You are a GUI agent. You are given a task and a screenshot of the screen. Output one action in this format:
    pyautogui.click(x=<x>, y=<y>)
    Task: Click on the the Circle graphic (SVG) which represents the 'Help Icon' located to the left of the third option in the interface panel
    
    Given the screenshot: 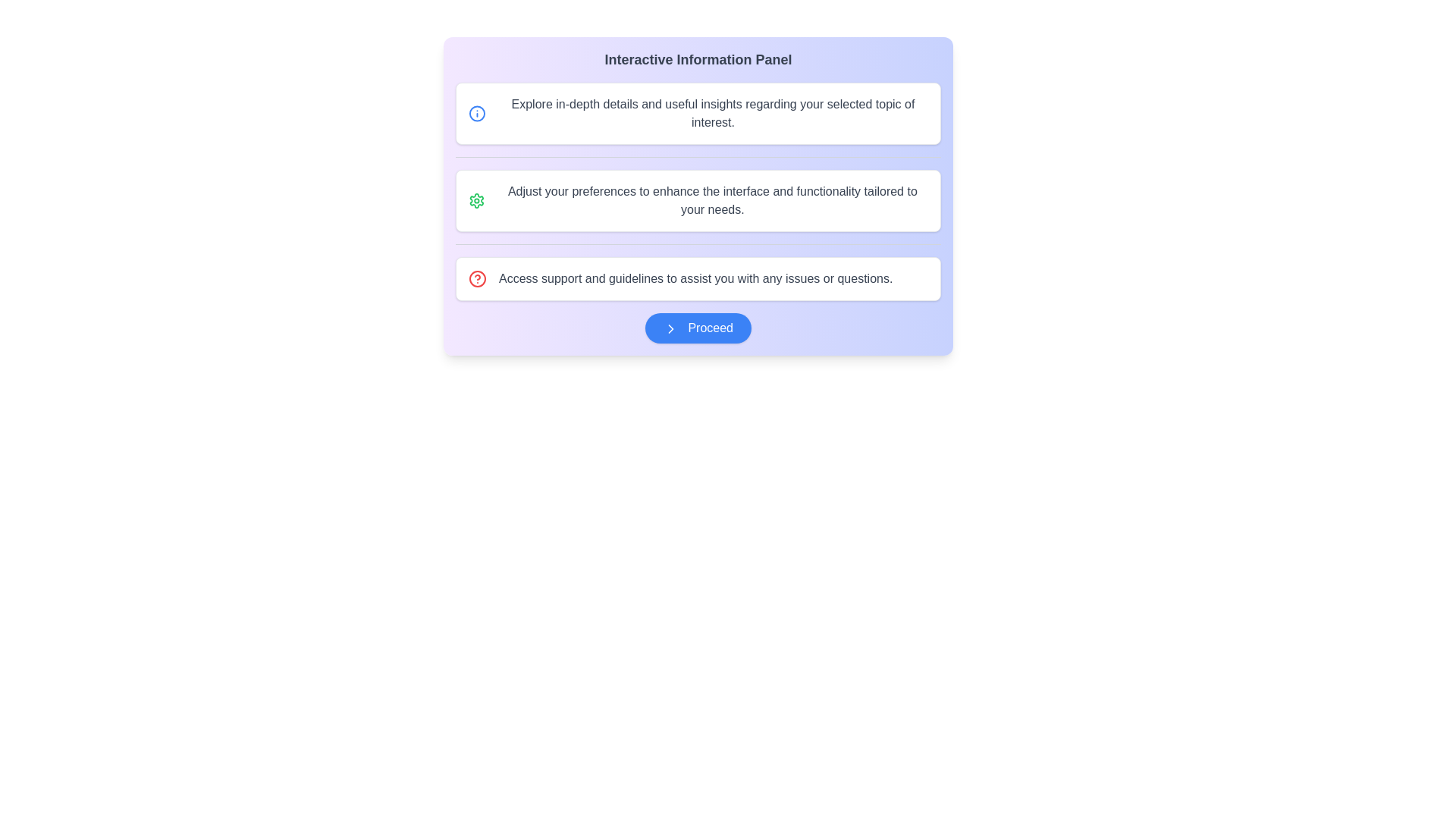 What is the action you would take?
    pyautogui.click(x=476, y=278)
    